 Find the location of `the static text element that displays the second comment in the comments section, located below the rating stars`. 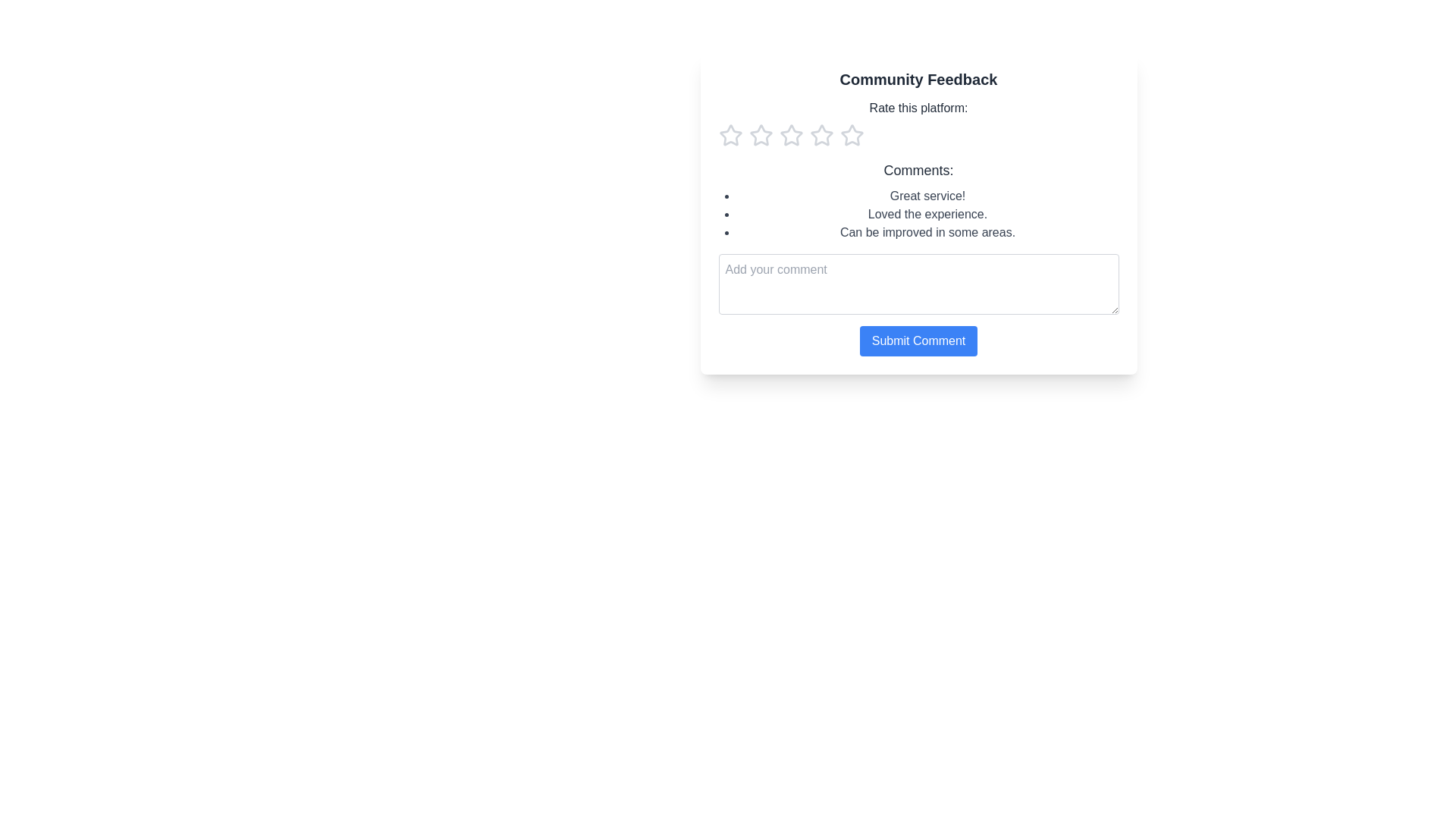

the static text element that displays the second comment in the comments section, located below the rating stars is located at coordinates (927, 214).